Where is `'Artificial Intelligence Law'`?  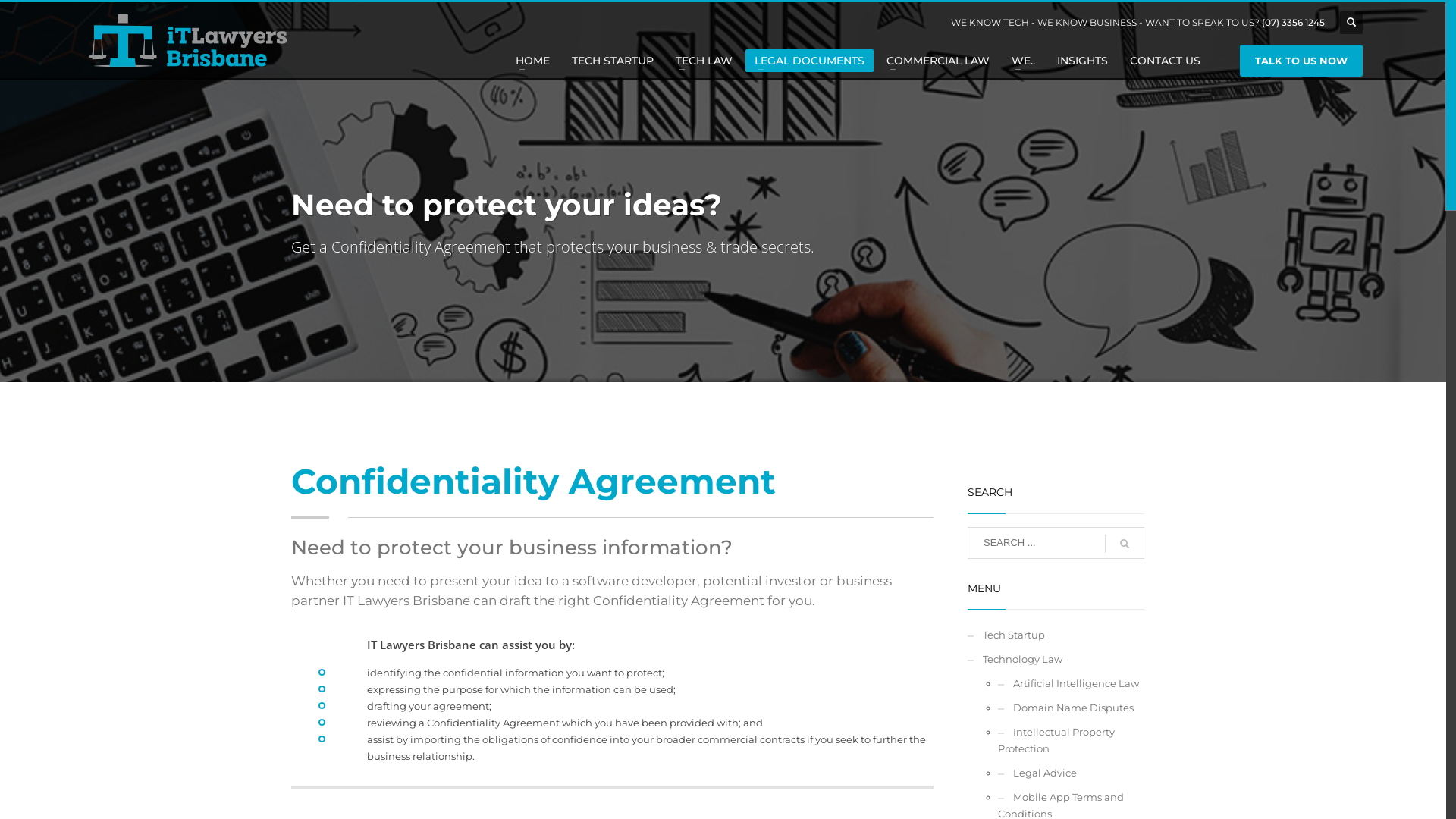 'Artificial Intelligence Law' is located at coordinates (1070, 683).